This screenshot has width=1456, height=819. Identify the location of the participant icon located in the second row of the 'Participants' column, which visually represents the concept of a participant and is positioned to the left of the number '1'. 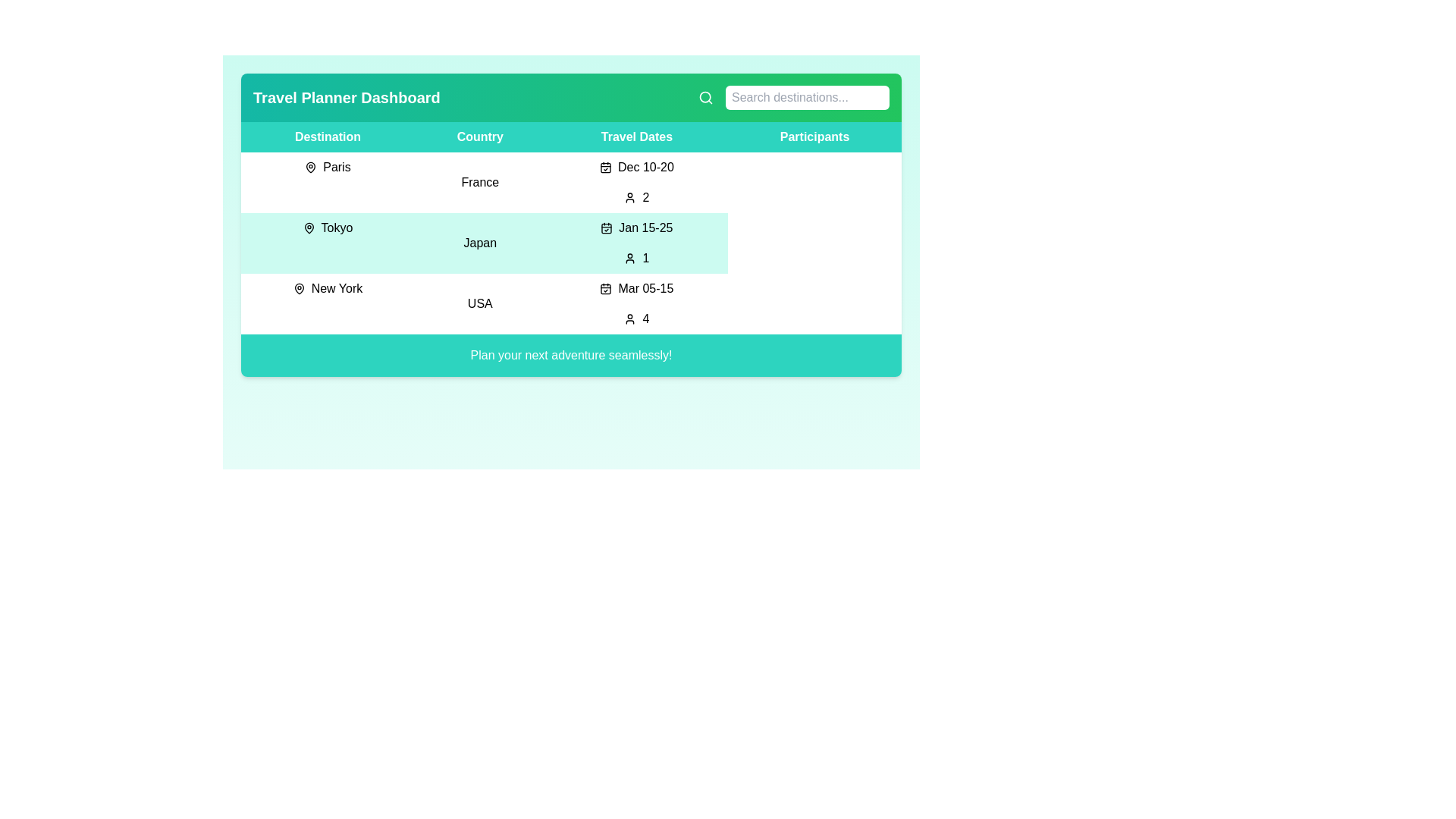
(630, 257).